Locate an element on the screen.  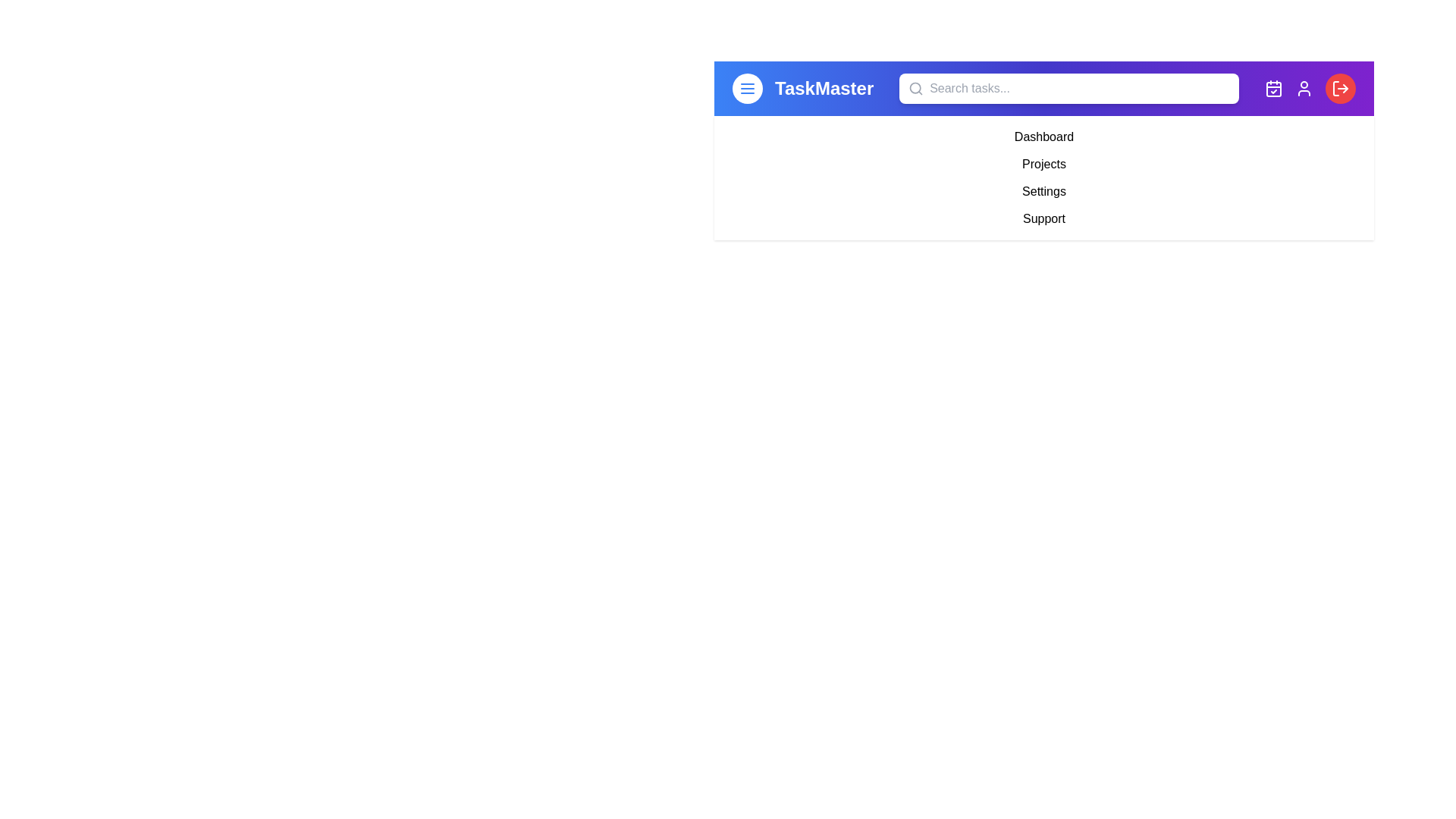
the logout button to log out of the application is located at coordinates (1339, 88).